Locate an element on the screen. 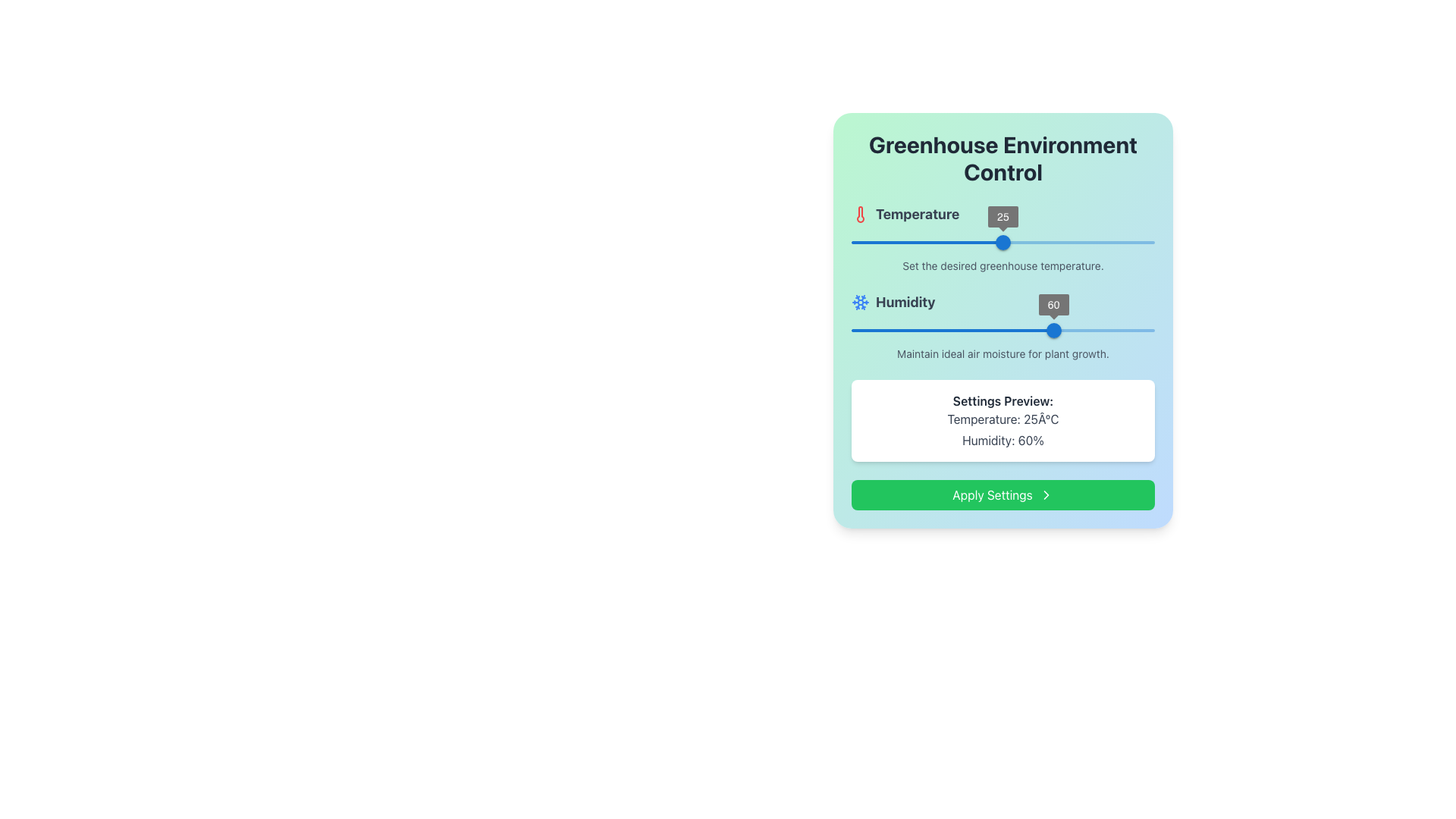 Image resolution: width=1456 pixels, height=819 pixels. the humidity level is located at coordinates (985, 329).